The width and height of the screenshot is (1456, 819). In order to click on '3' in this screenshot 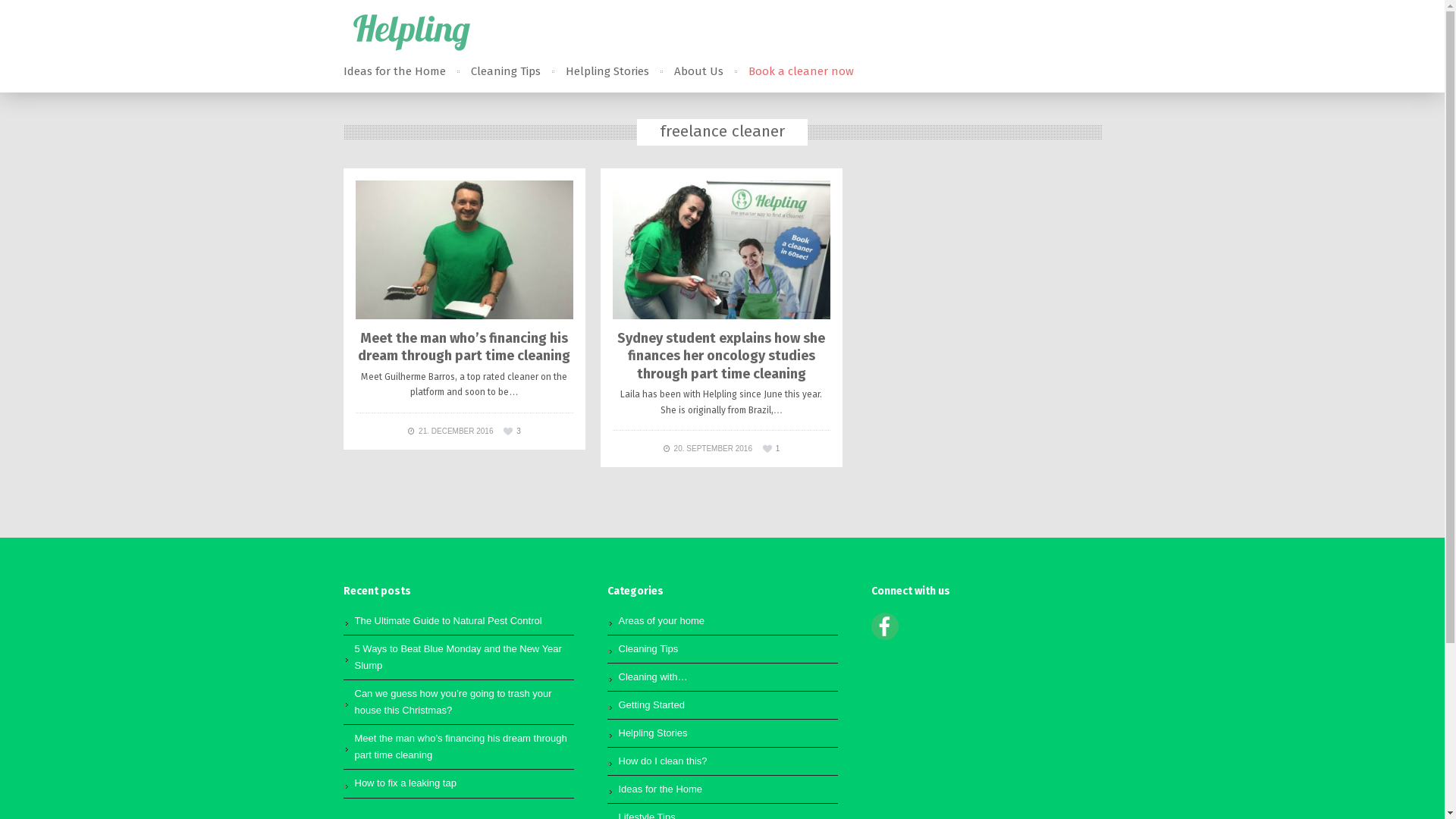, I will do `click(512, 431)`.